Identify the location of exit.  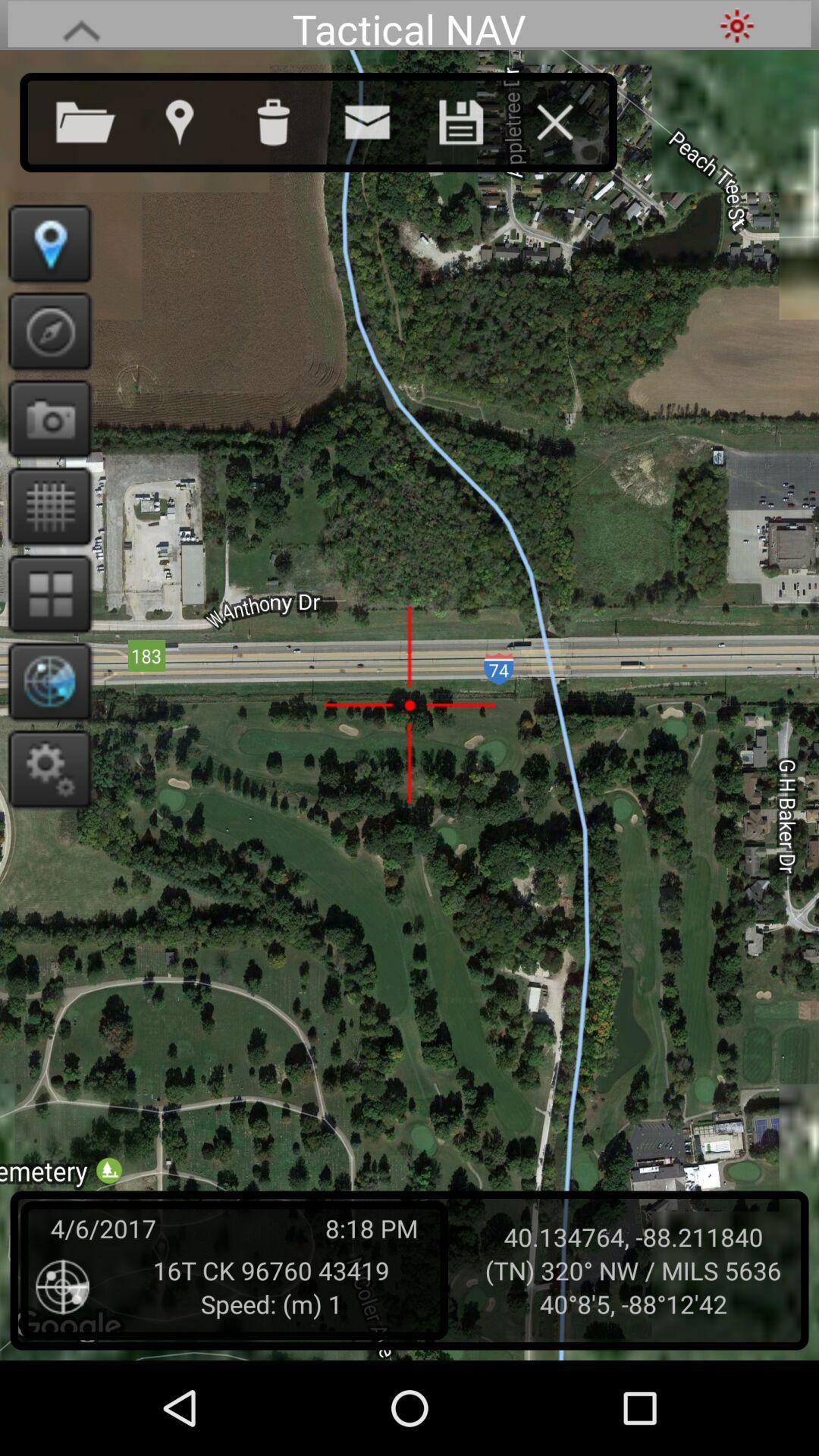
(570, 118).